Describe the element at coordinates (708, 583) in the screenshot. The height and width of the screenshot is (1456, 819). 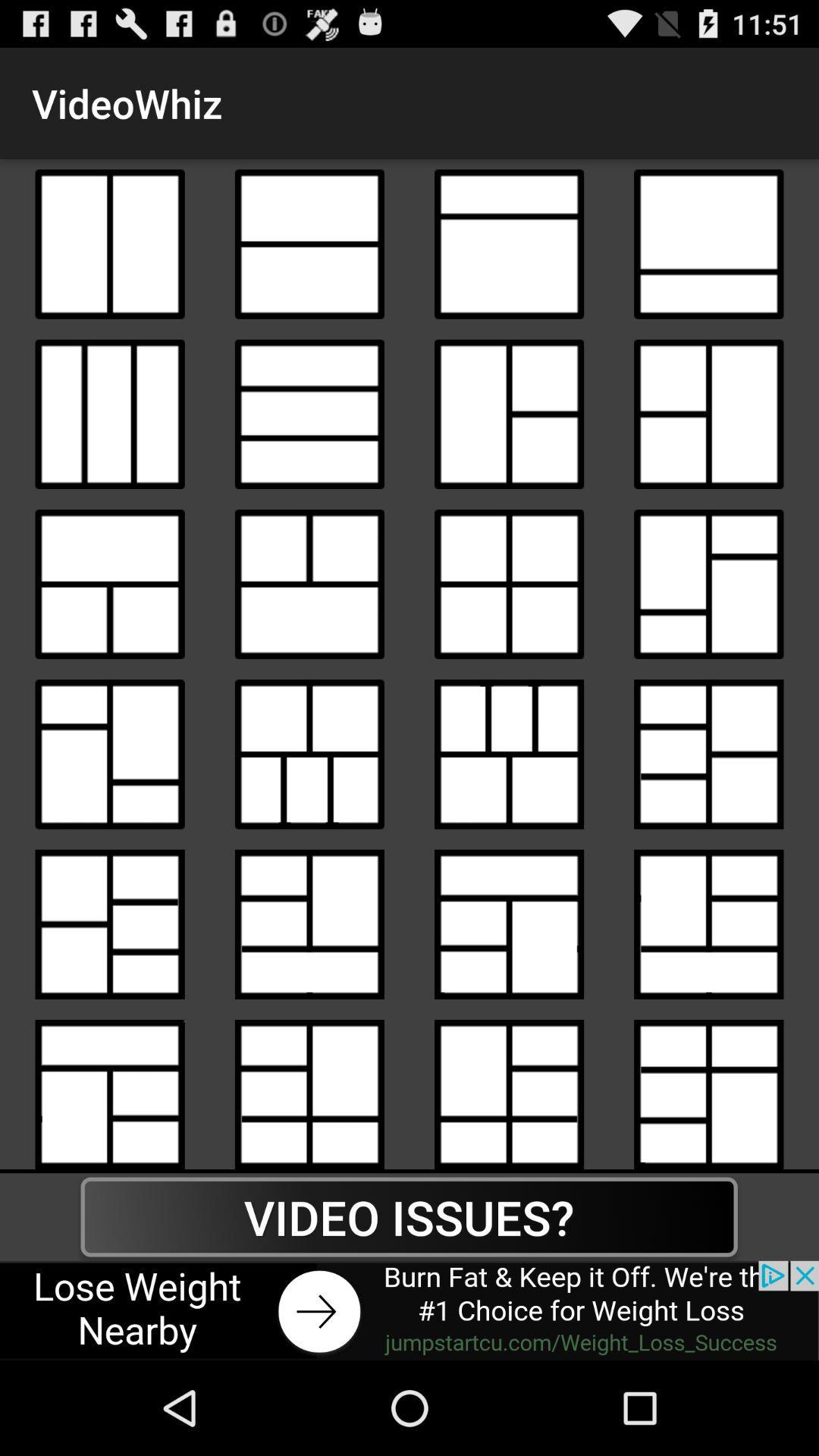
I see `model of a grid` at that location.